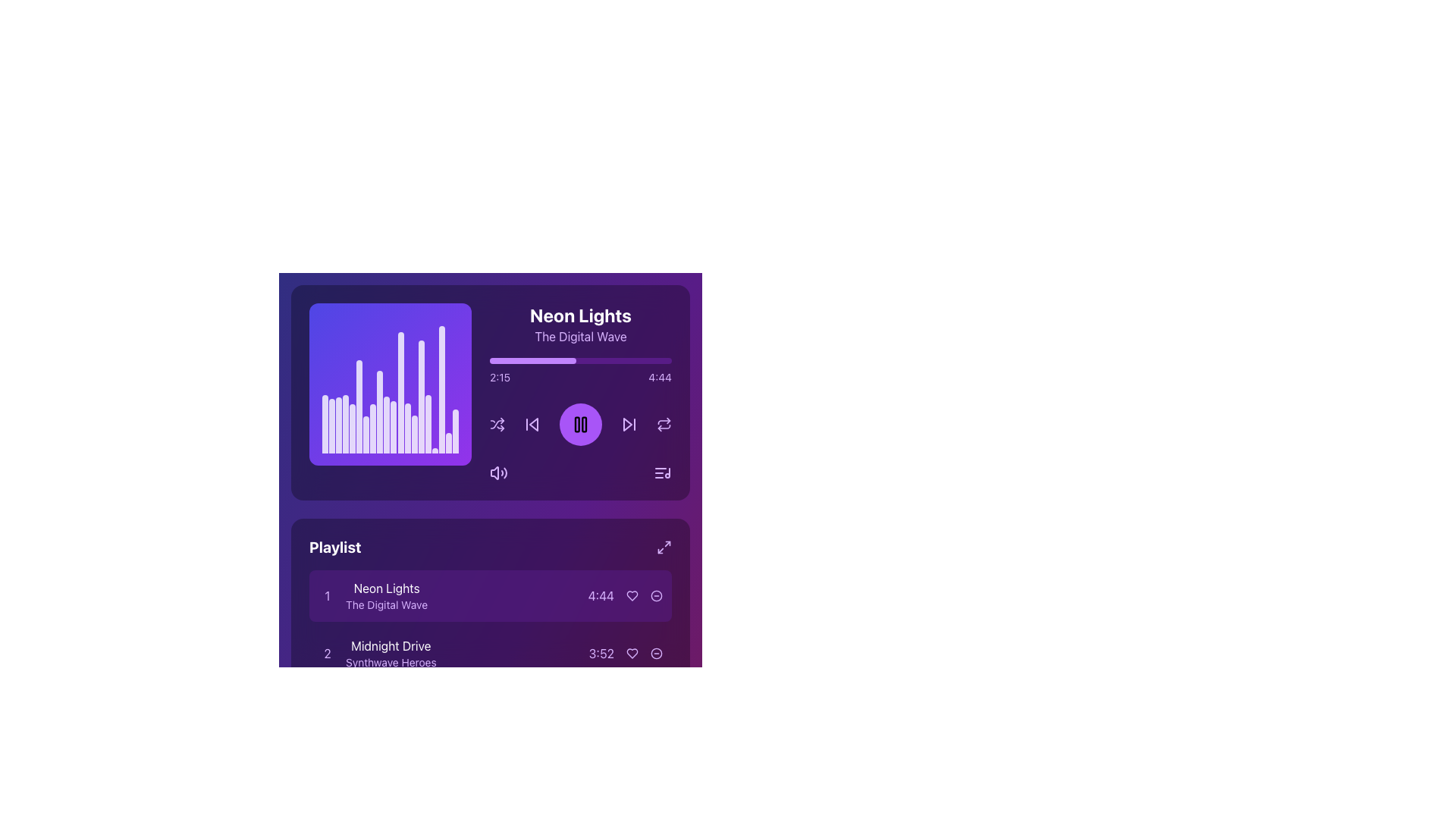  I want to click on the playback time text label that displays the current elapsed time of the song, located near the top-left corner of the horizontal bar, slightly below the 'Neon Lights' track title, so click(500, 376).